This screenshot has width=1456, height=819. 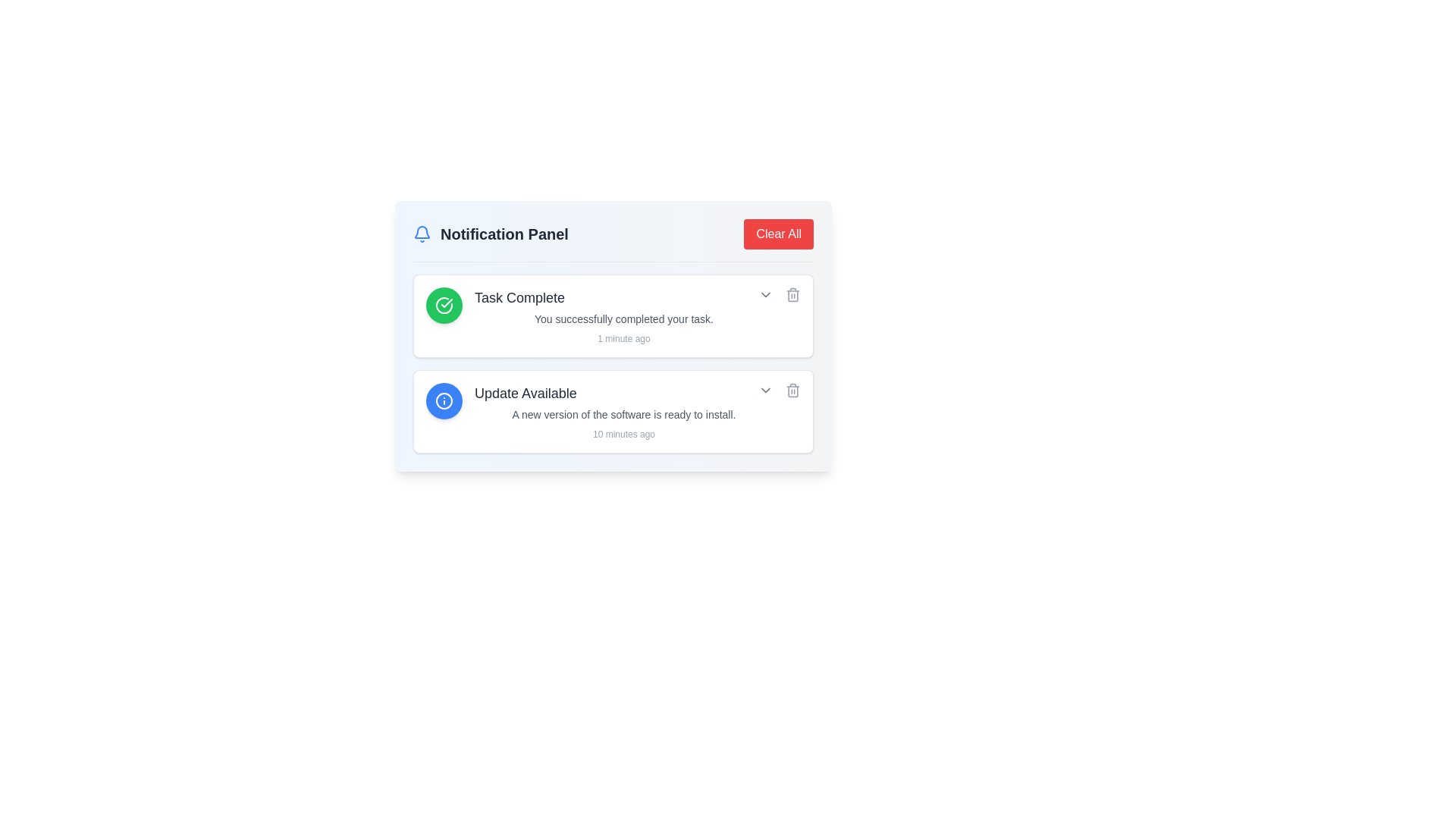 What do you see at coordinates (613, 363) in the screenshot?
I see `the Notification Card that informs the user about the availability of a software update, which is the second item in a vertical stack of notifications` at bounding box center [613, 363].